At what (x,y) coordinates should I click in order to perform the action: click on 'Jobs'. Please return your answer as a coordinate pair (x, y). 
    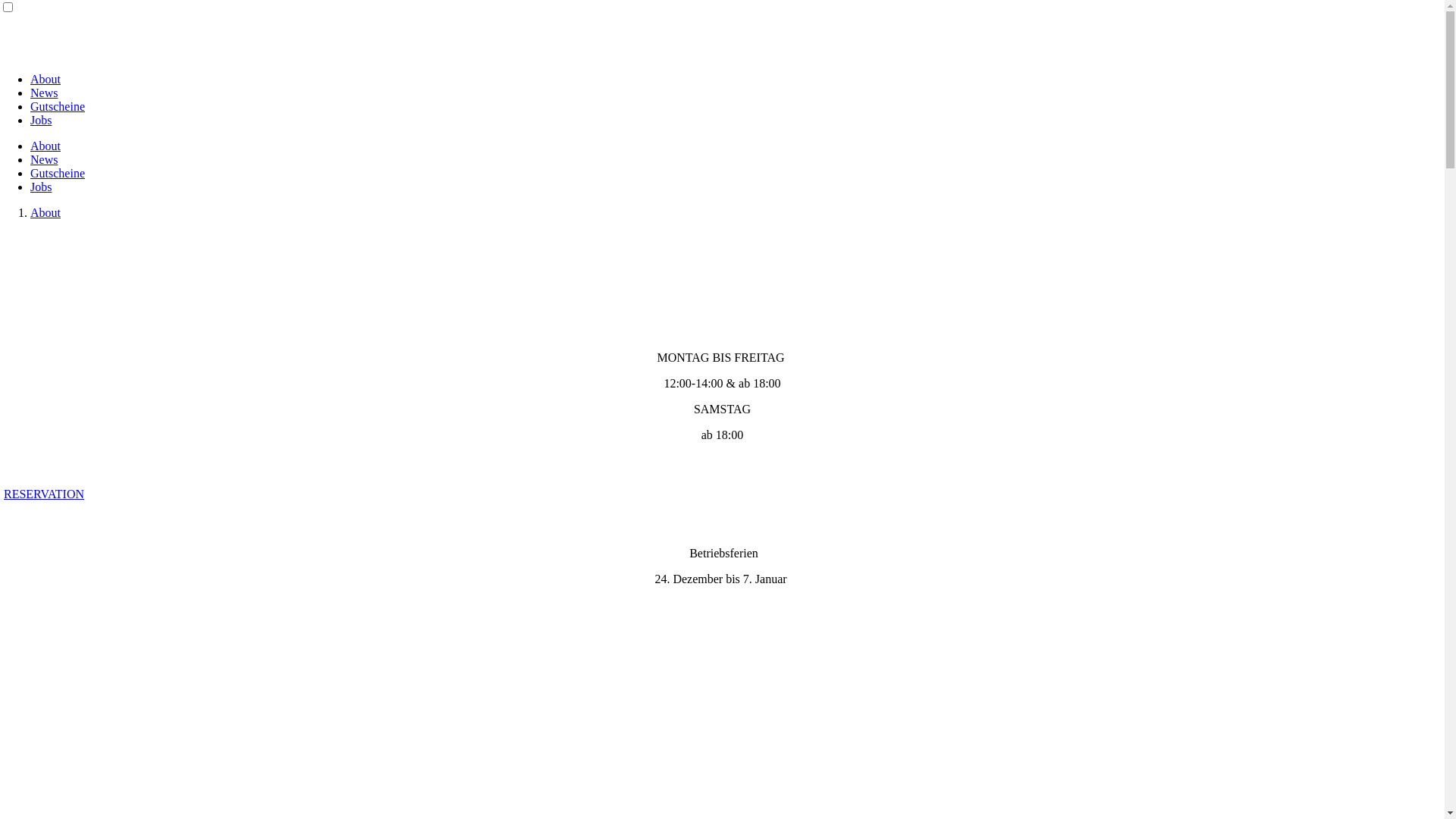
    Looking at the image, I should click on (40, 119).